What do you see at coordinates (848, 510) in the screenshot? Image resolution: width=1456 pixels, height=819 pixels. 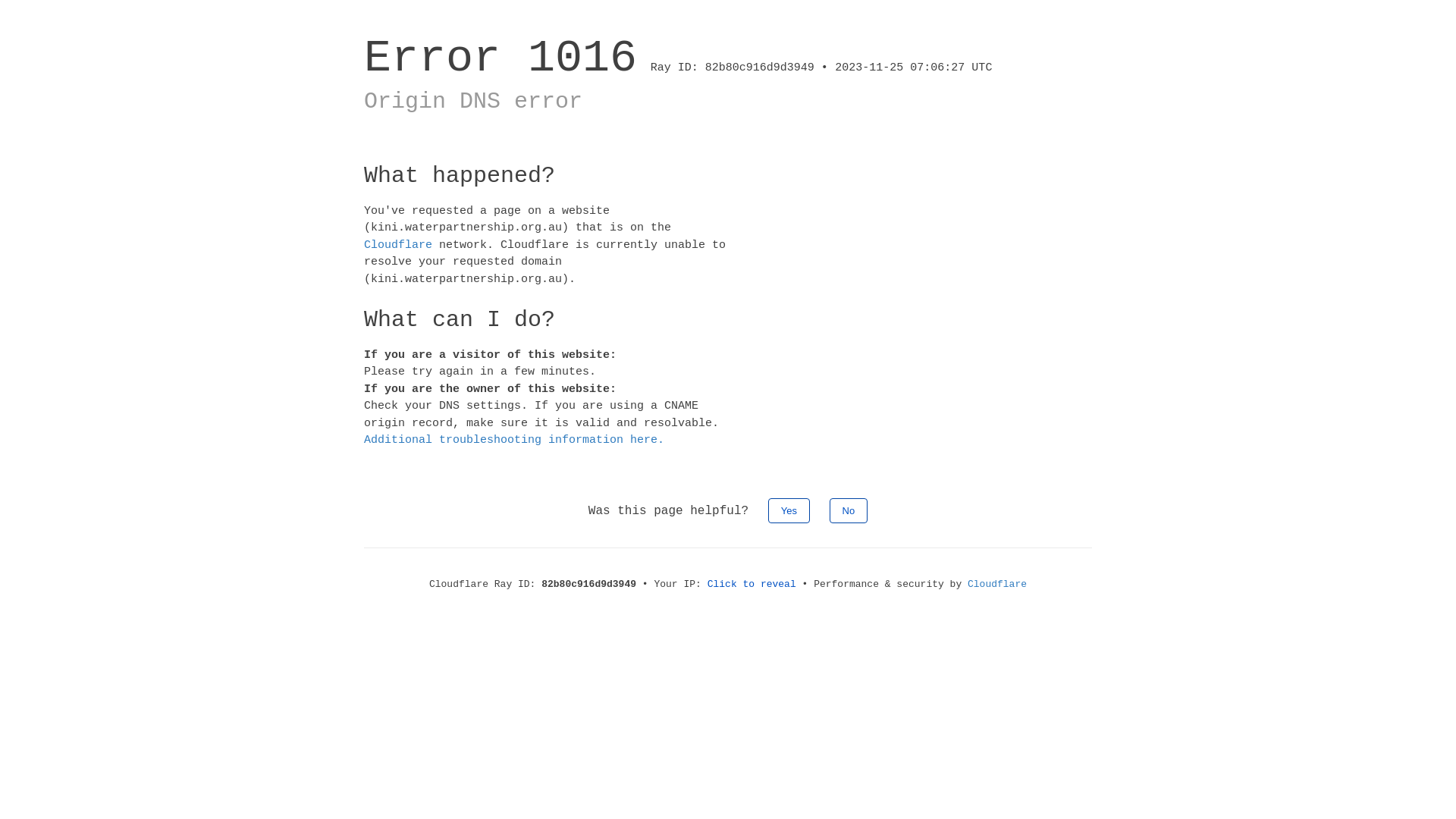 I see `'No'` at bounding box center [848, 510].